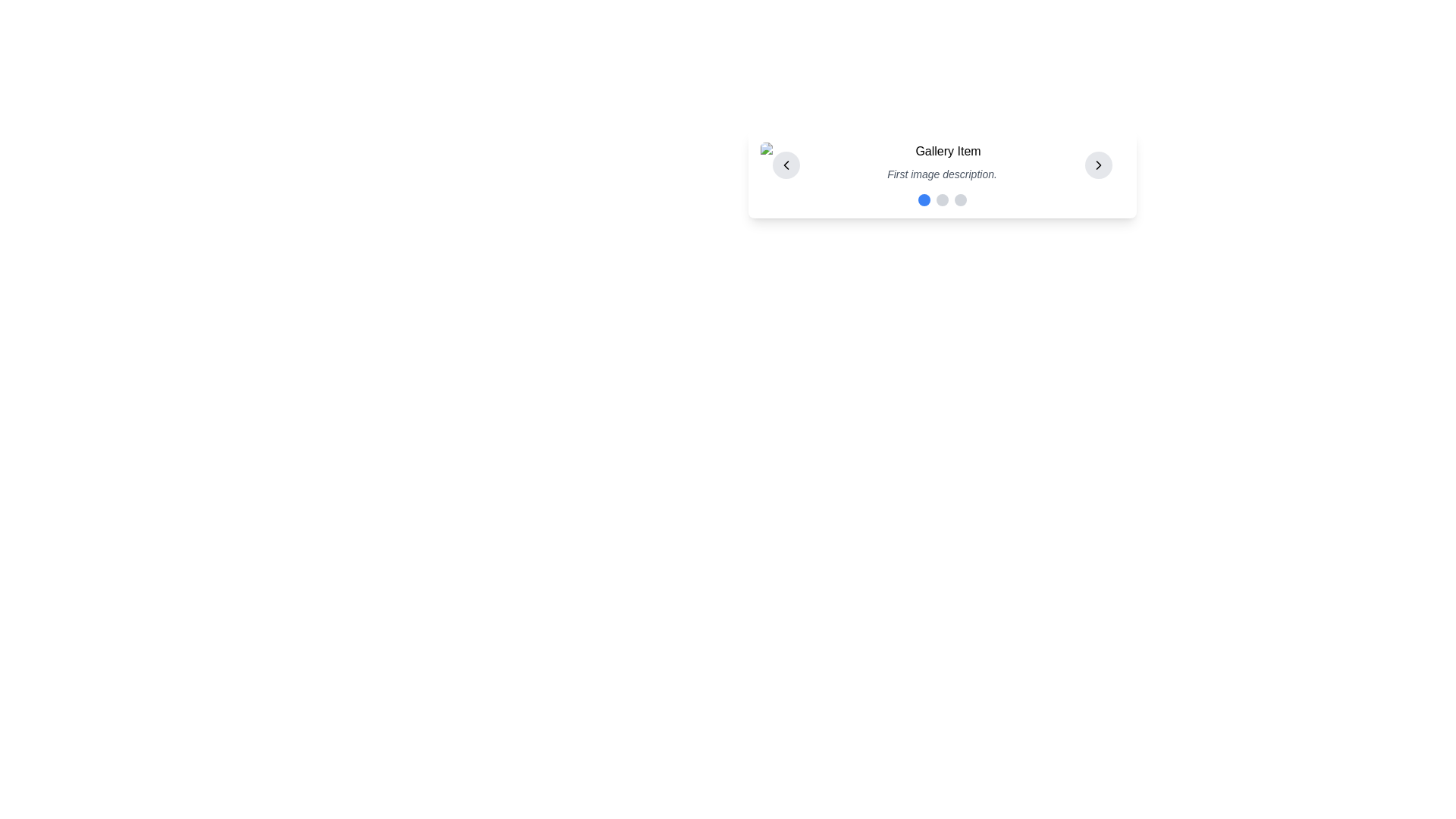 The width and height of the screenshot is (1456, 819). I want to click on the rightmost carousel indicator circle representing the third item in the sequence, so click(959, 199).